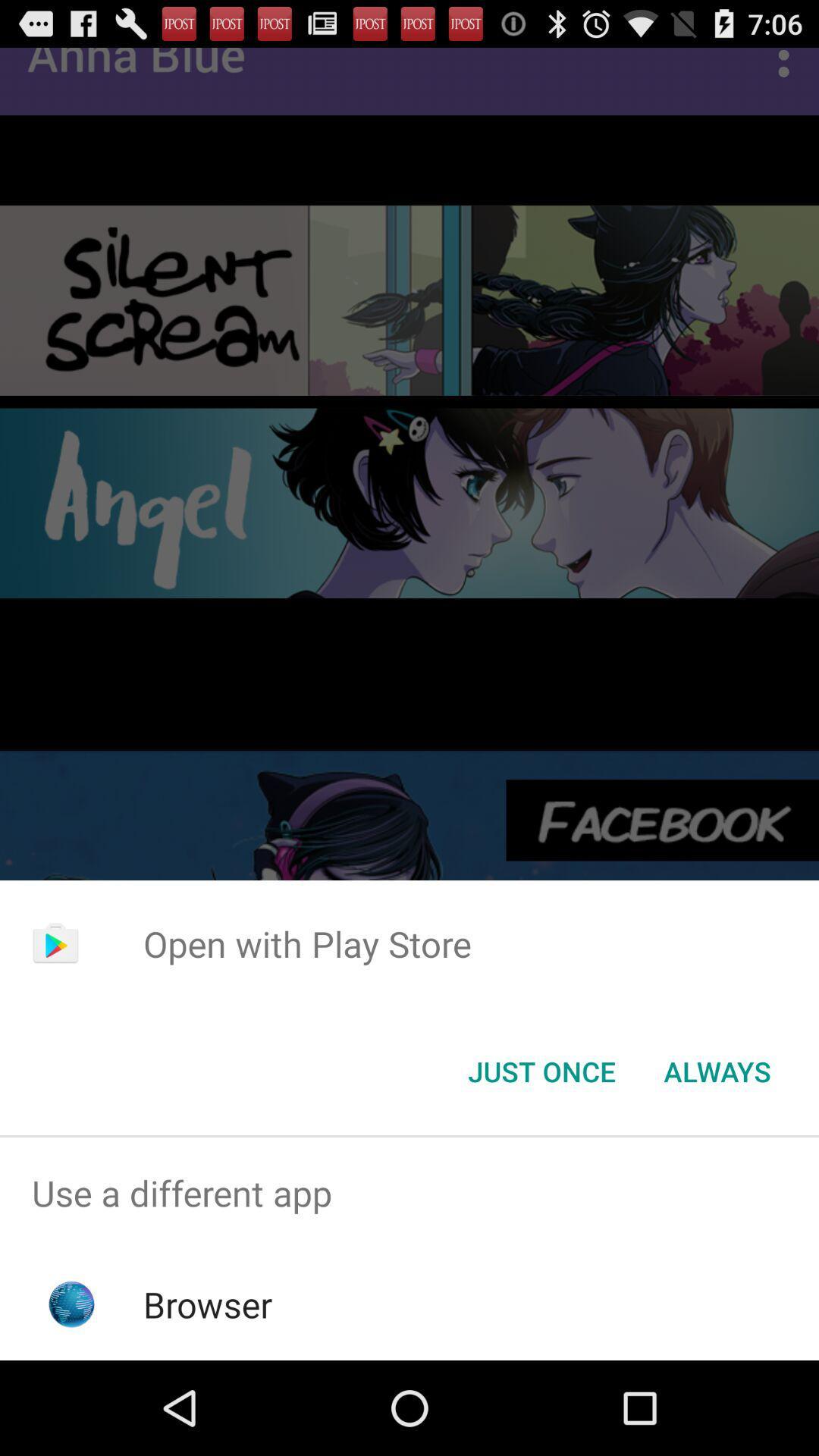  I want to click on the just once icon, so click(541, 1070).